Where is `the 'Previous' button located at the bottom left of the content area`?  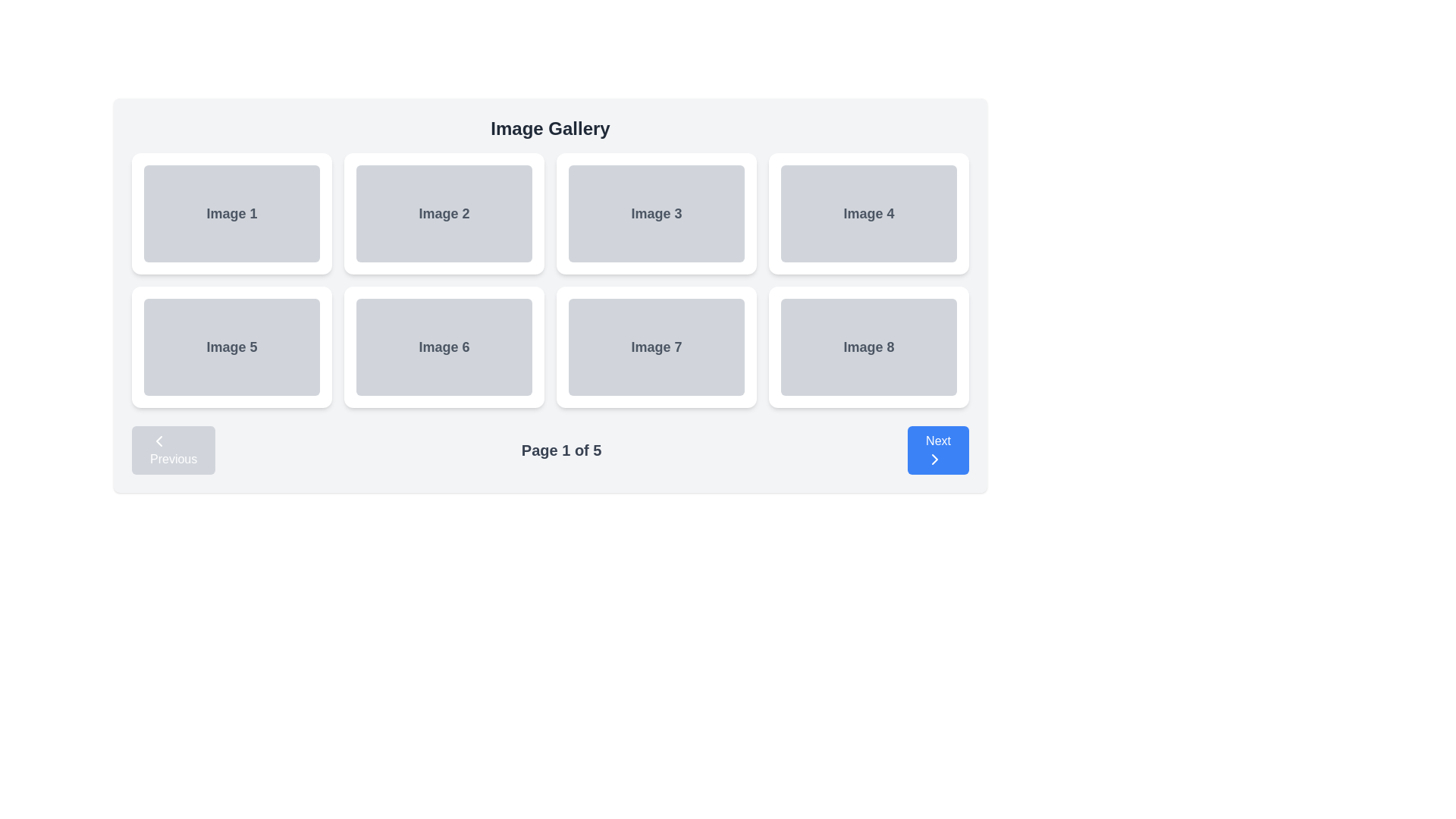
the 'Previous' button located at the bottom left of the content area is located at coordinates (174, 450).